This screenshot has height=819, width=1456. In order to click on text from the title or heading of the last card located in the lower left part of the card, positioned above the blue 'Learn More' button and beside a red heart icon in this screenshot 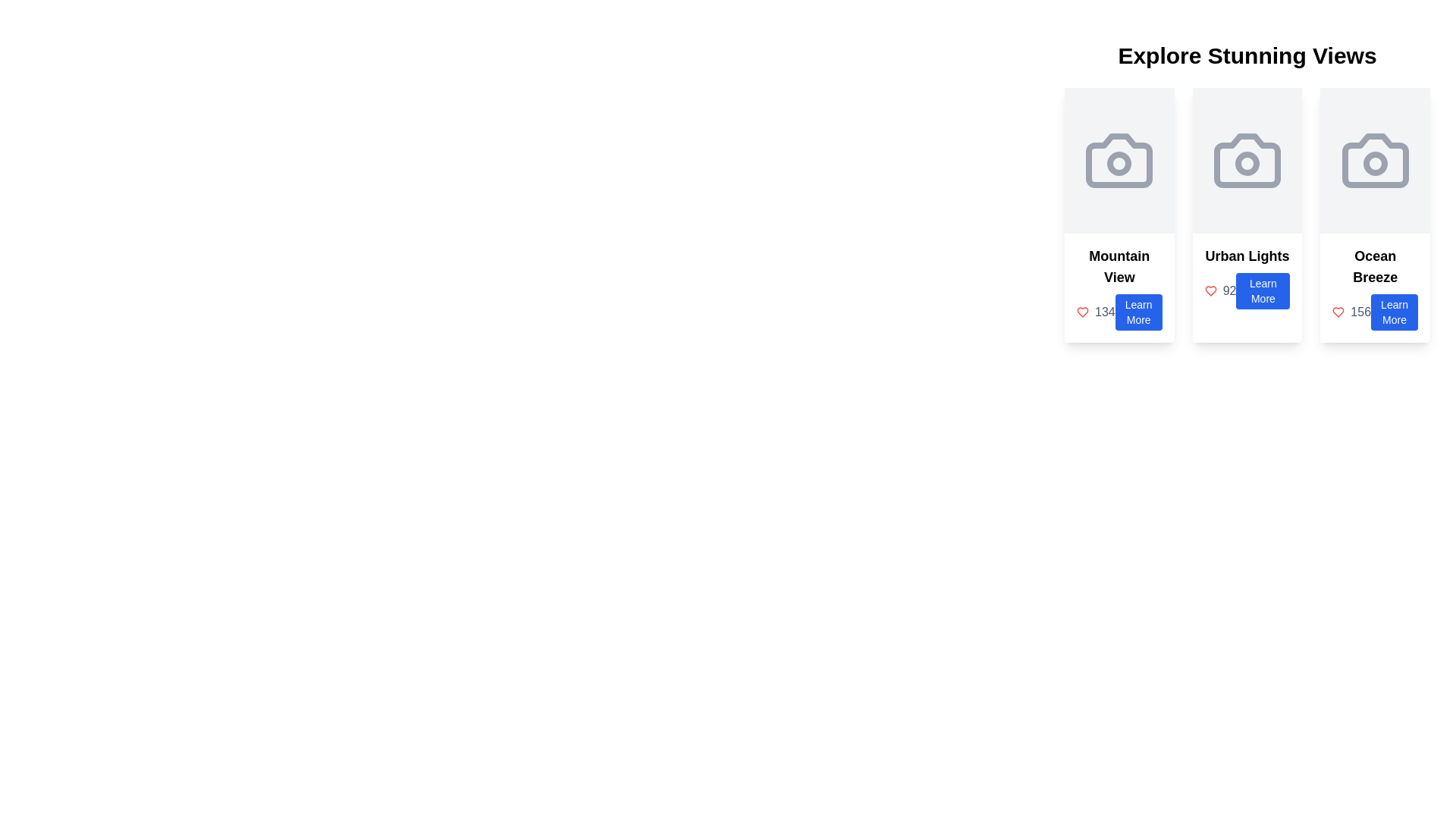, I will do `click(1375, 265)`.